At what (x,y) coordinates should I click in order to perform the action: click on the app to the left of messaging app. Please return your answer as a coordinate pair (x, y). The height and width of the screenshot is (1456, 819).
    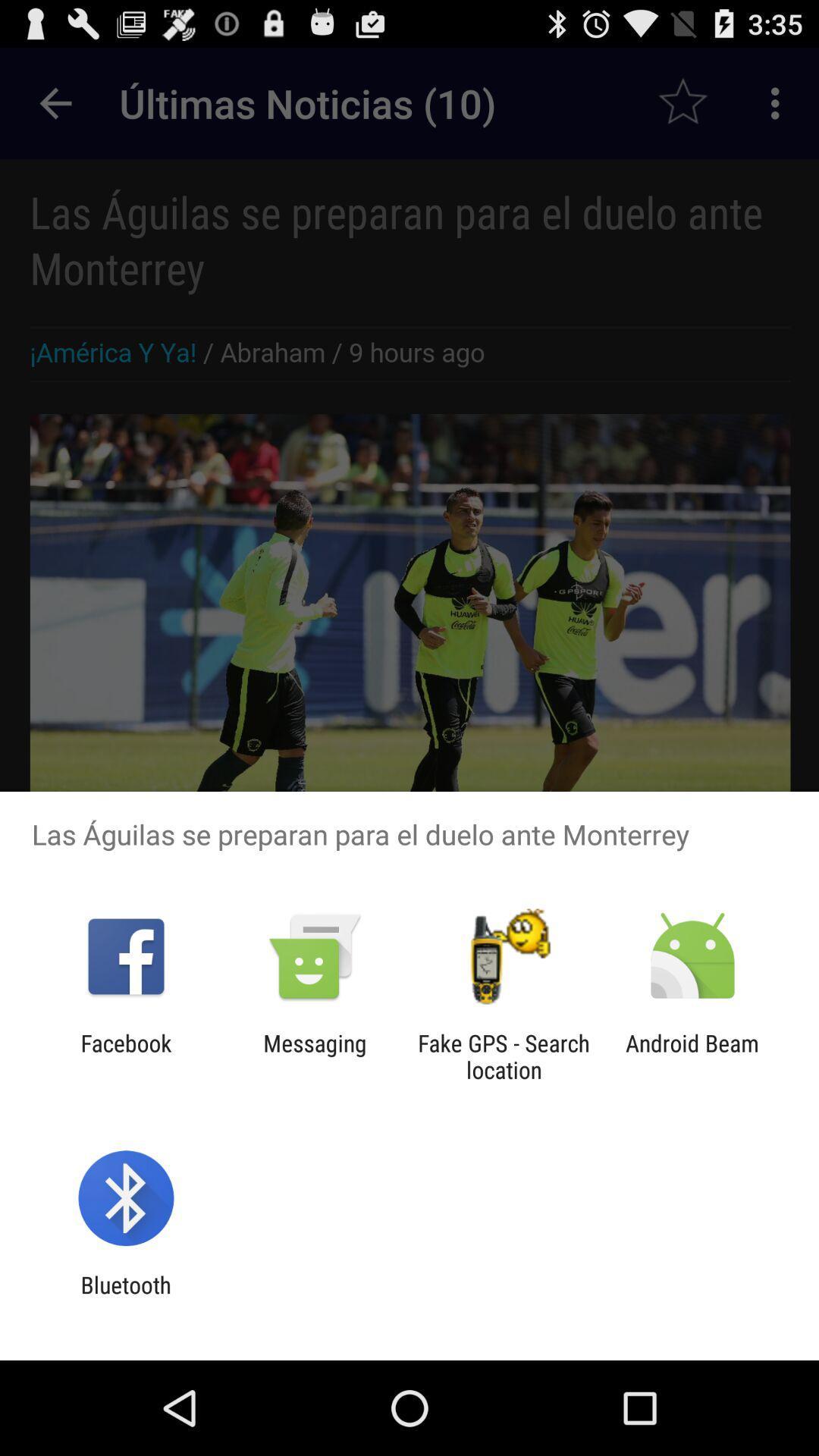
    Looking at the image, I should click on (125, 1056).